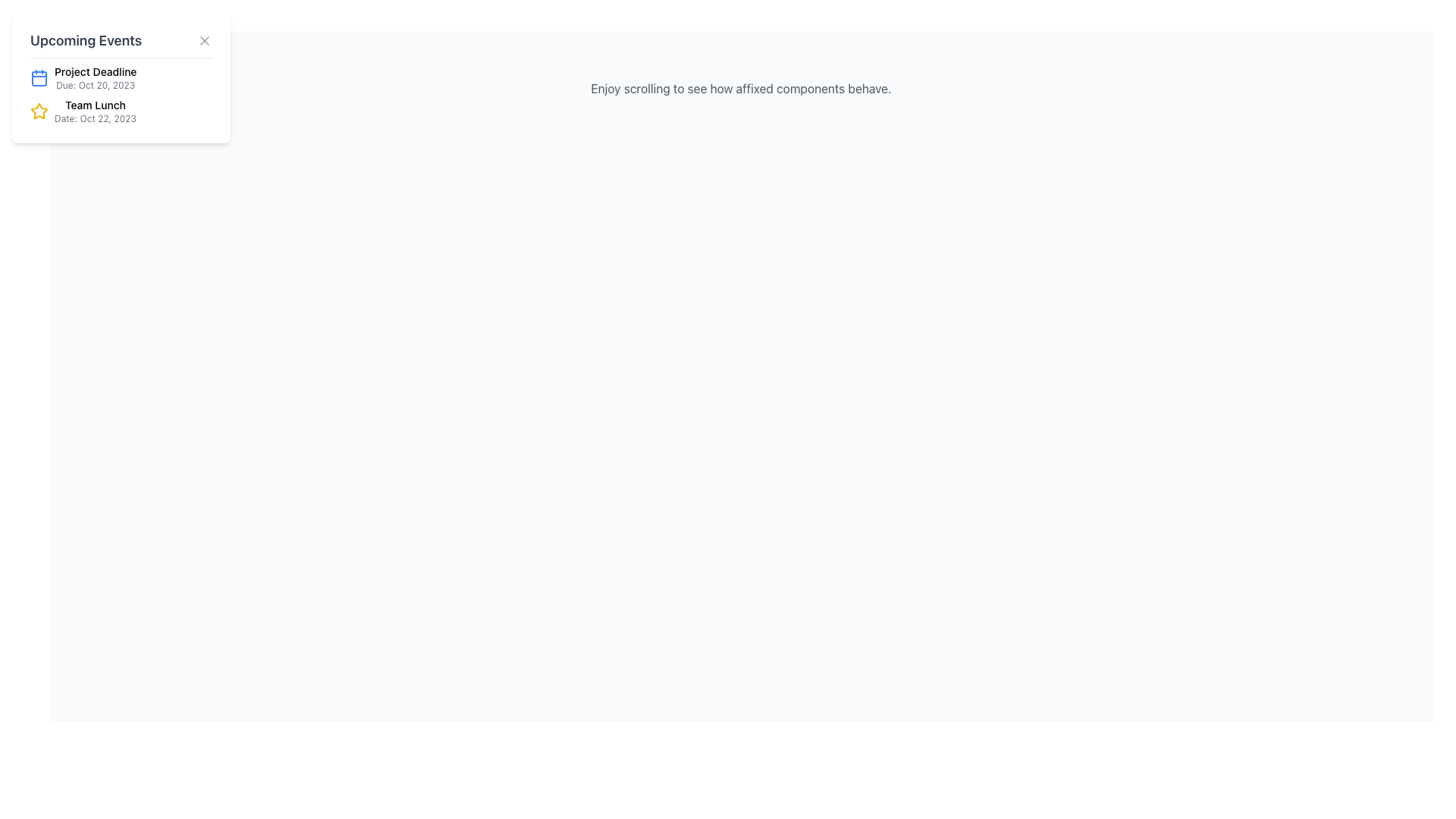  Describe the element at coordinates (95, 78) in the screenshot. I see `information displayed in the text label showing the event title 'Project Deadline' and its deadline date 'Due: Oct 20, 2023', located in the top section of the 'Upcoming Events' card` at that location.